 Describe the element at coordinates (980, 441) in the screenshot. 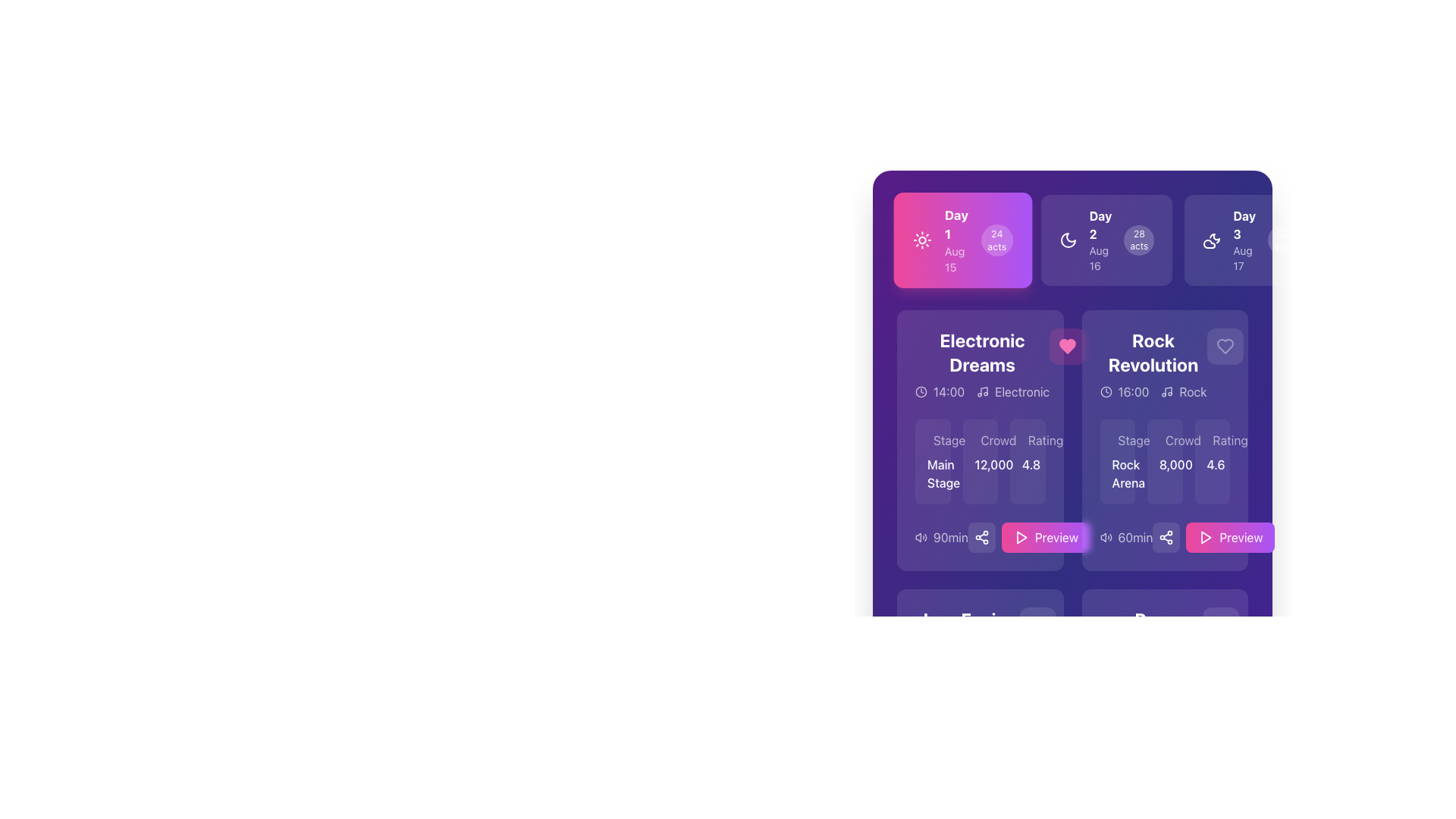

I see `the label displaying the text 'Crowd', which is styled with a subdued white color and positioned above the number '12,000' in the card layout titled 'Electronic Dreams'` at that location.